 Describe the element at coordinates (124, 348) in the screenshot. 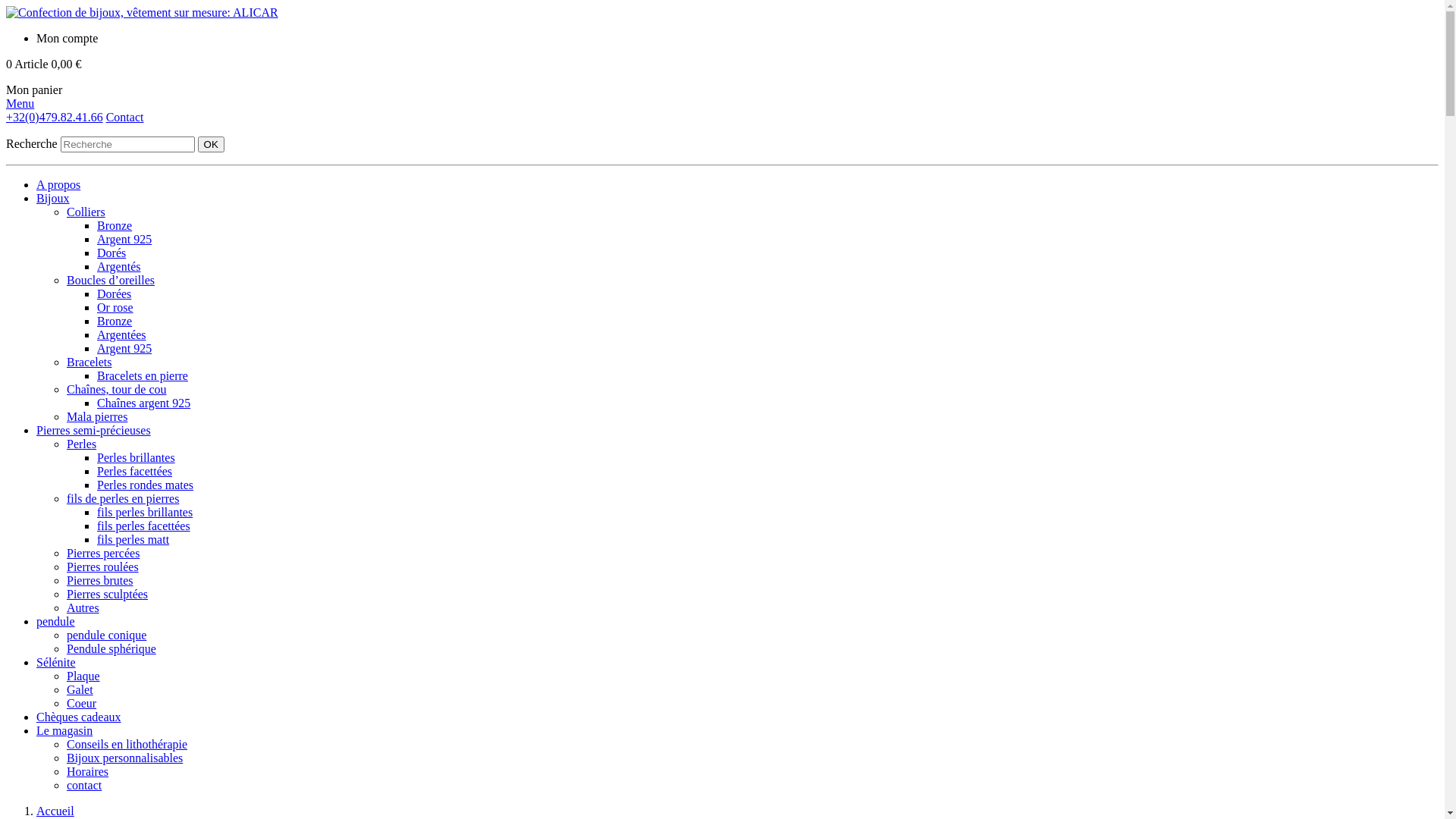

I see `'Argent 925'` at that location.